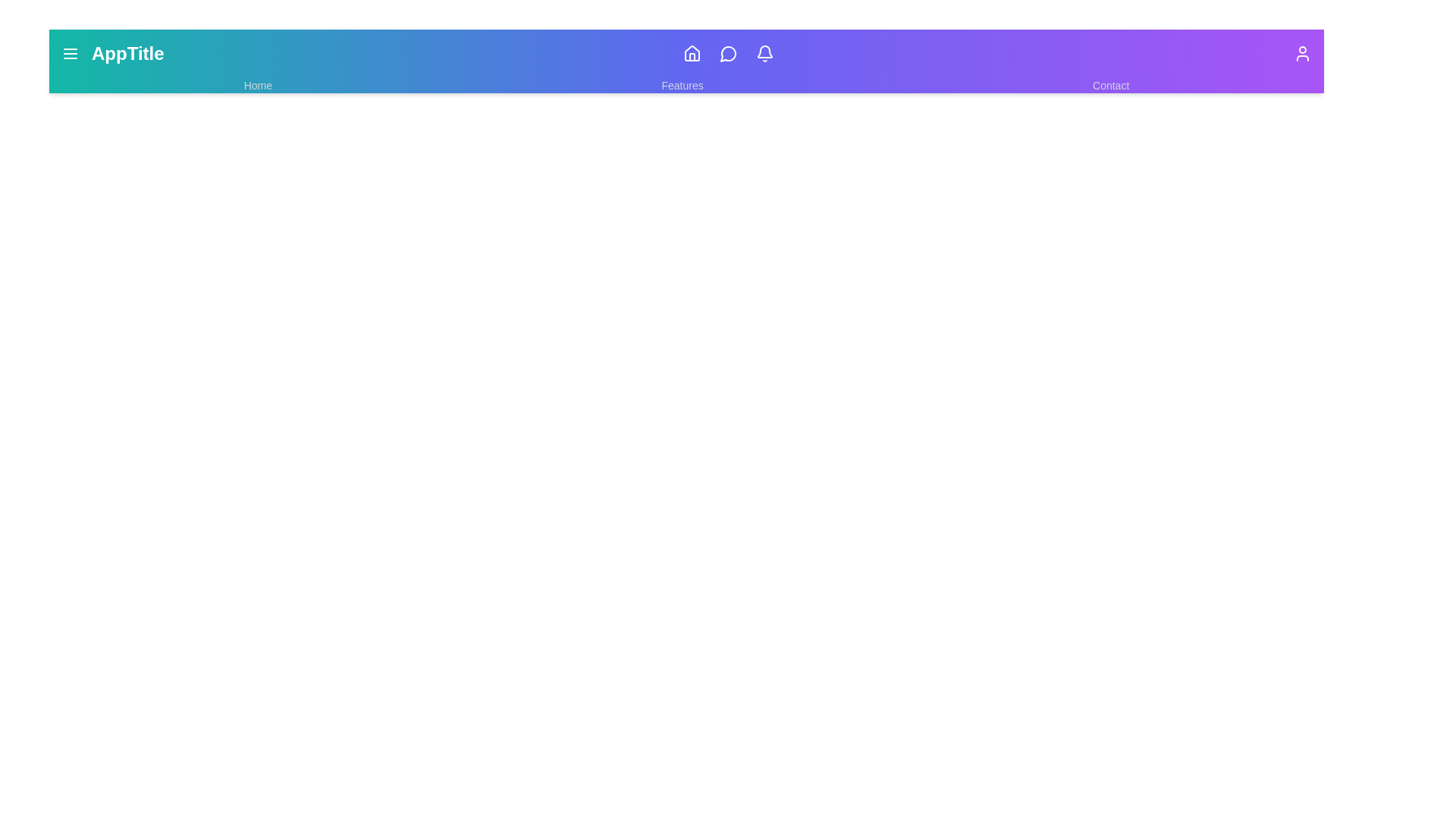 This screenshot has height=819, width=1456. What do you see at coordinates (682, 85) in the screenshot?
I see `the 'Features' link to navigate to the Features page` at bounding box center [682, 85].